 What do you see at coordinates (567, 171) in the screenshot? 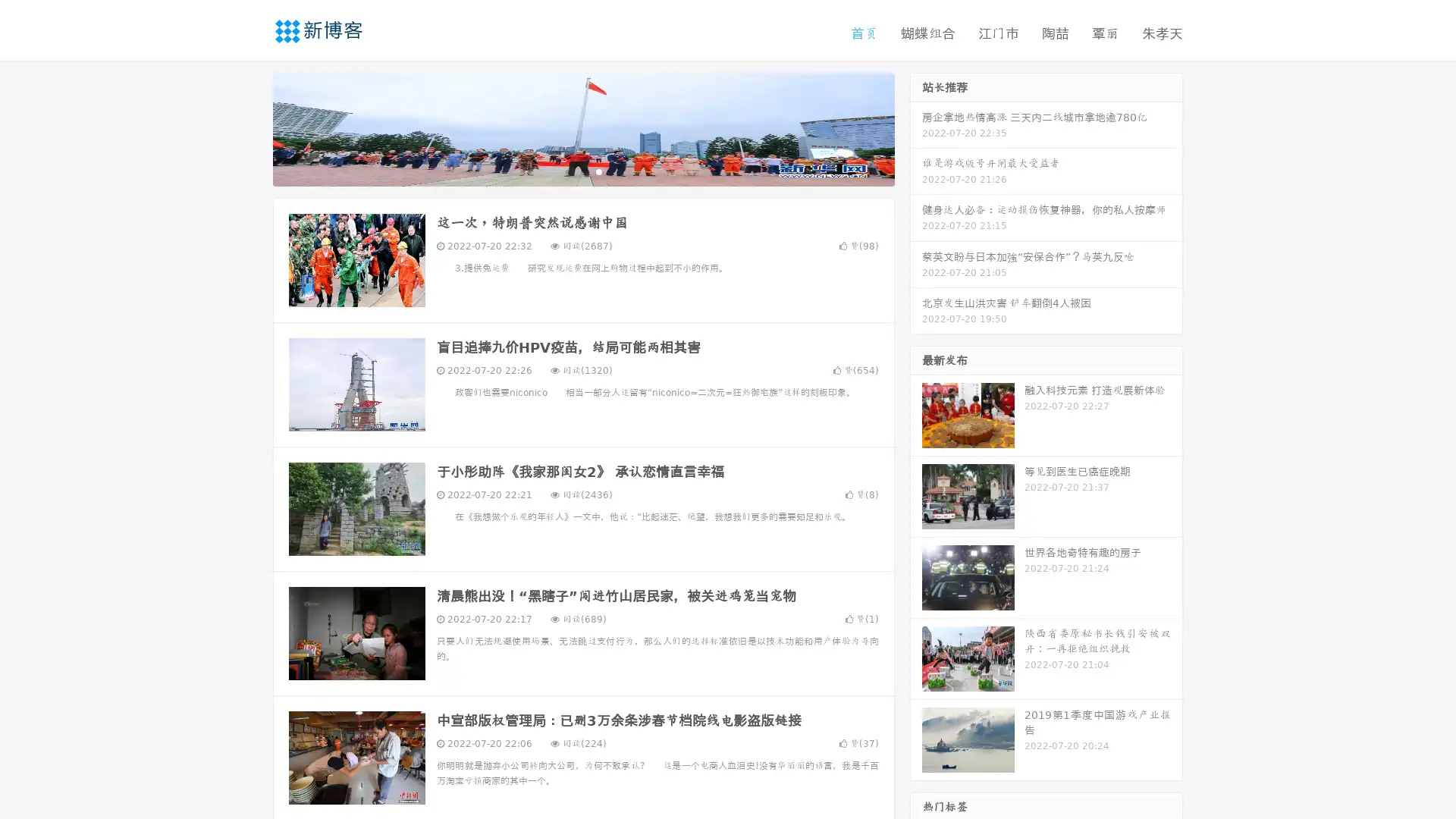
I see `Go to slide 1` at bounding box center [567, 171].